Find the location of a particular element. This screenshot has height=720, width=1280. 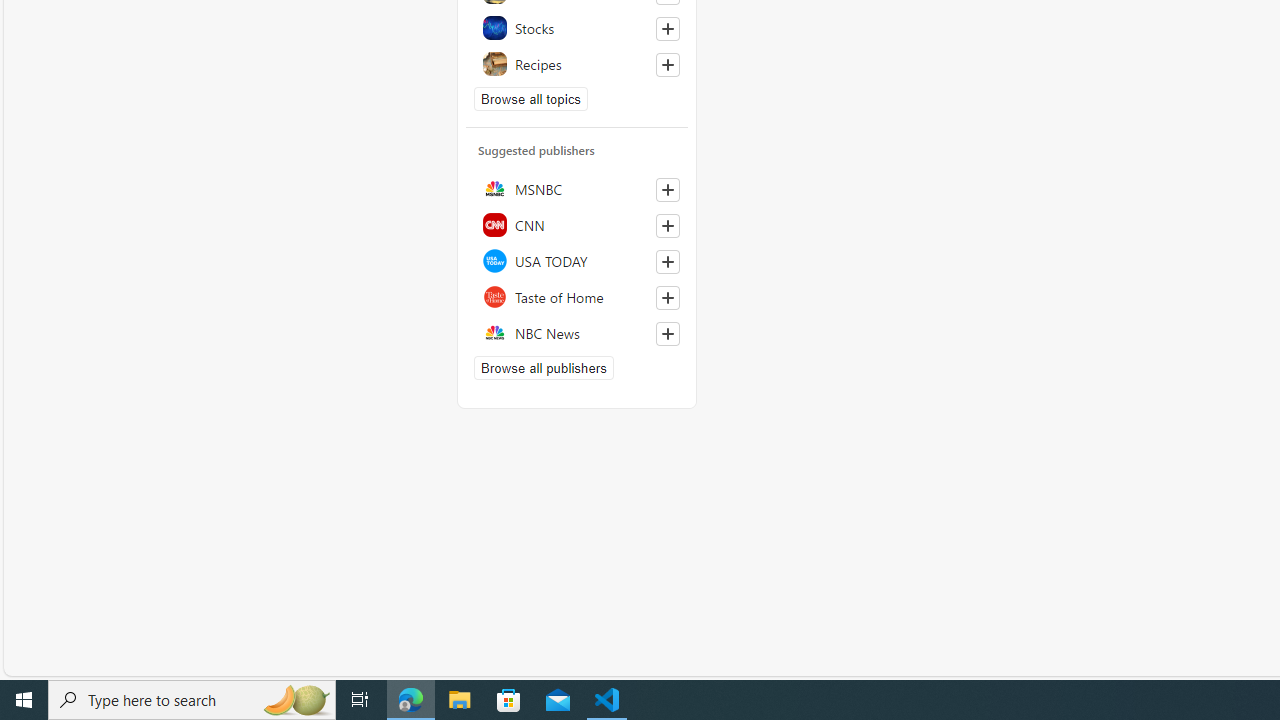

'Follow this topic' is located at coordinates (668, 64).